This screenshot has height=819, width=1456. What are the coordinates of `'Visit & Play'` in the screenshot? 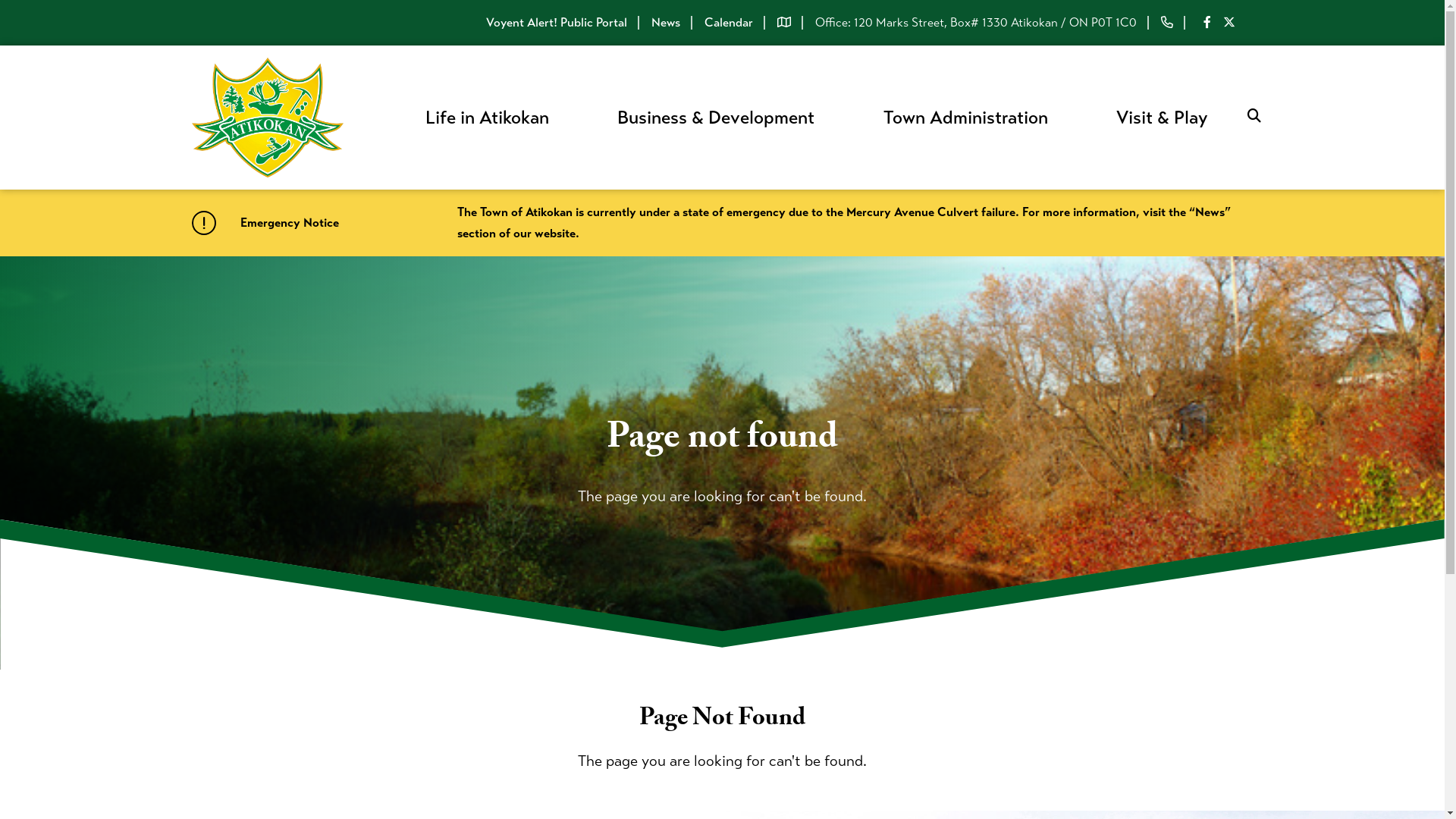 It's located at (1160, 116).